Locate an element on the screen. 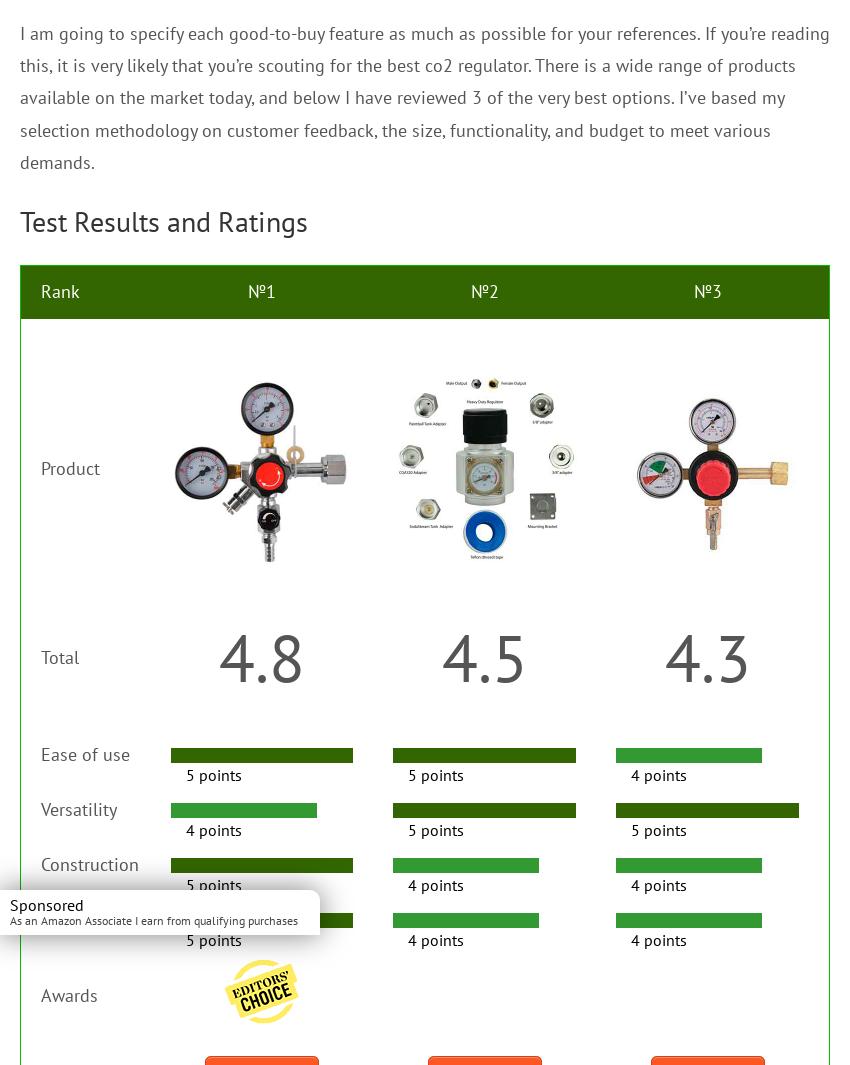 Image resolution: width=850 pixels, height=1065 pixels. '№3' is located at coordinates (706, 290).